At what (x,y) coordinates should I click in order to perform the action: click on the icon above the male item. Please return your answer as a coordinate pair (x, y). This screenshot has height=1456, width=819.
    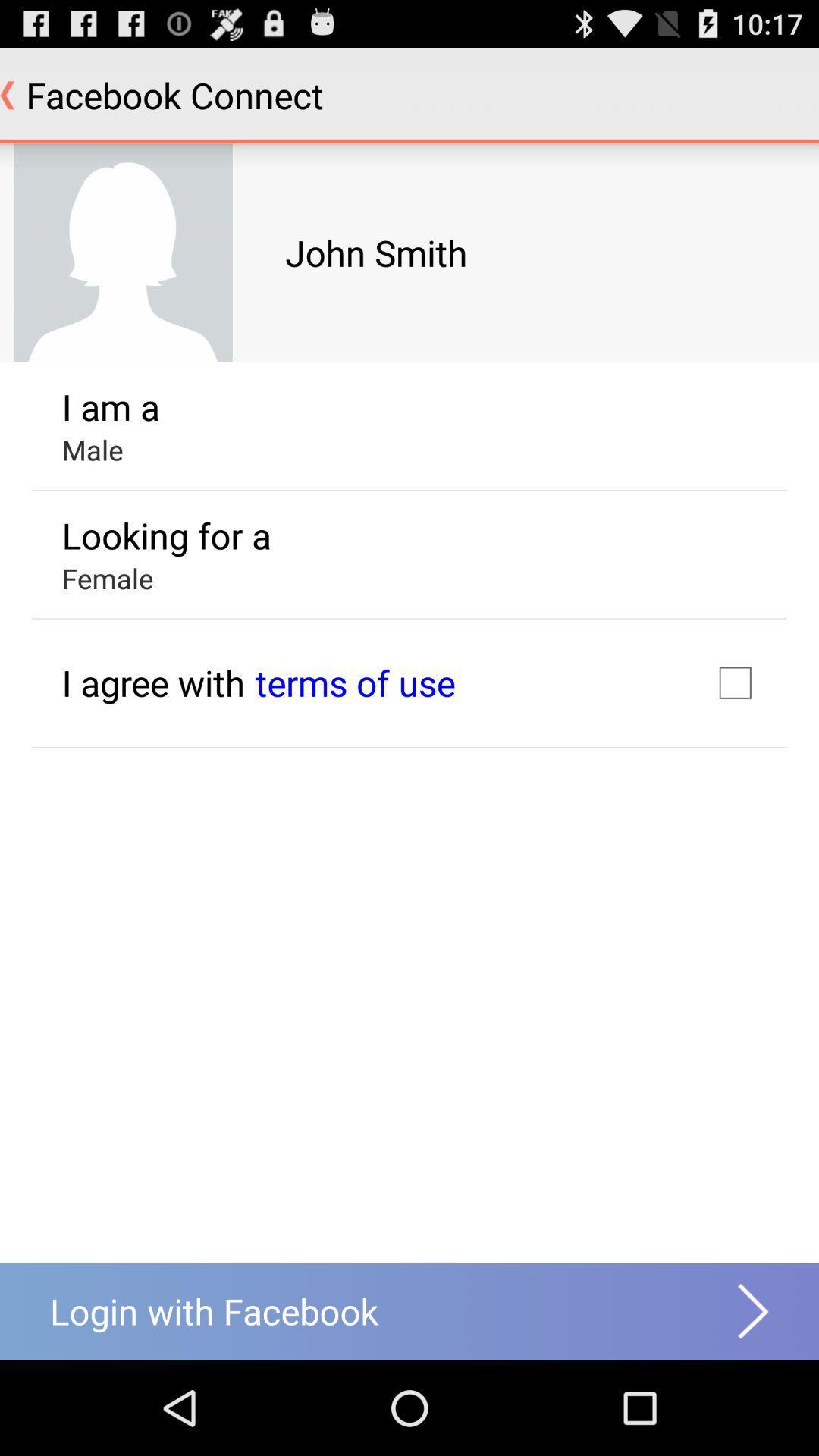
    Looking at the image, I should click on (110, 406).